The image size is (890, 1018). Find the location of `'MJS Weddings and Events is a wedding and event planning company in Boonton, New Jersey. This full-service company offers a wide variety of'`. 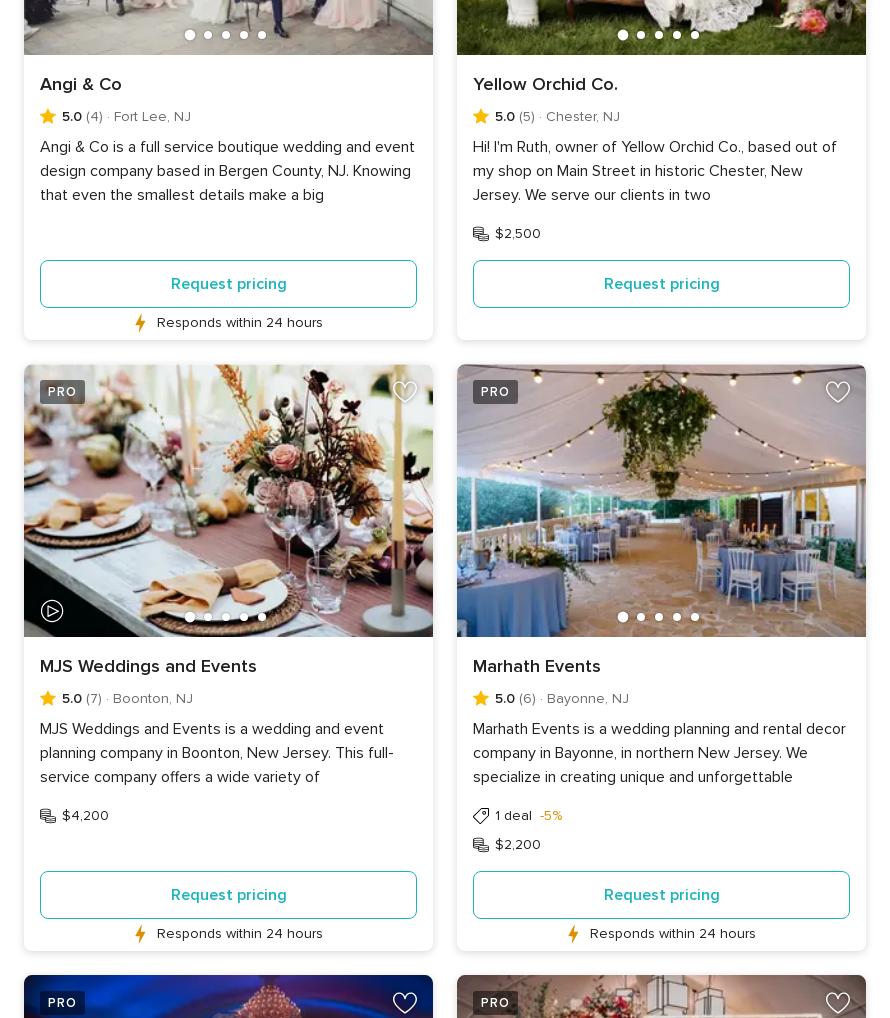

'MJS Weddings and Events is a wedding and event planning company in Boonton, New Jersey. This full-service company offers a wide variety of' is located at coordinates (39, 752).